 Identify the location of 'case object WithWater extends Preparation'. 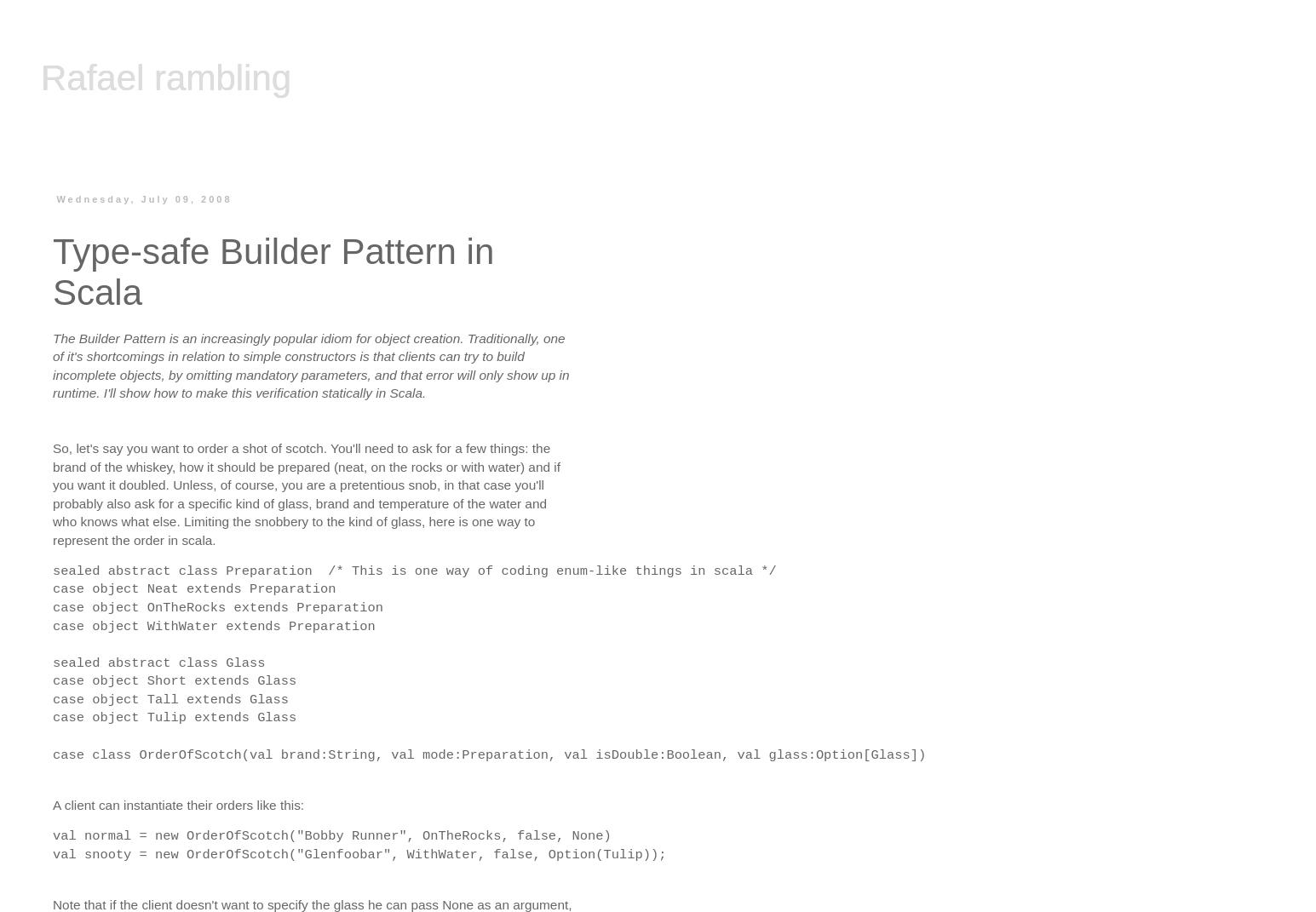
(214, 626).